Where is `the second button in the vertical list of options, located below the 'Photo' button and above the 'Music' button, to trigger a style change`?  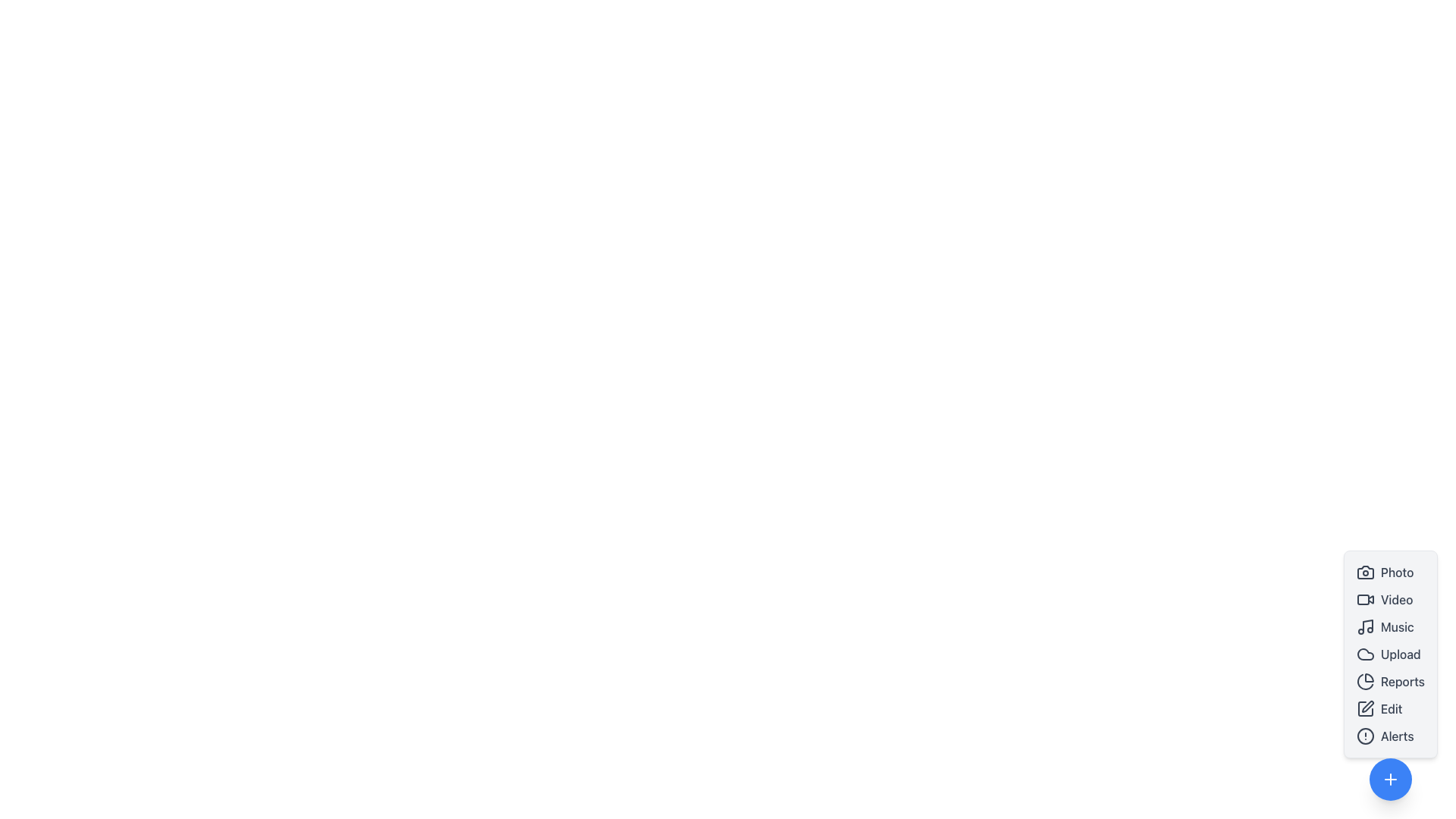
the second button in the vertical list of options, located below the 'Photo' button and above the 'Music' button, to trigger a style change is located at coordinates (1385, 598).